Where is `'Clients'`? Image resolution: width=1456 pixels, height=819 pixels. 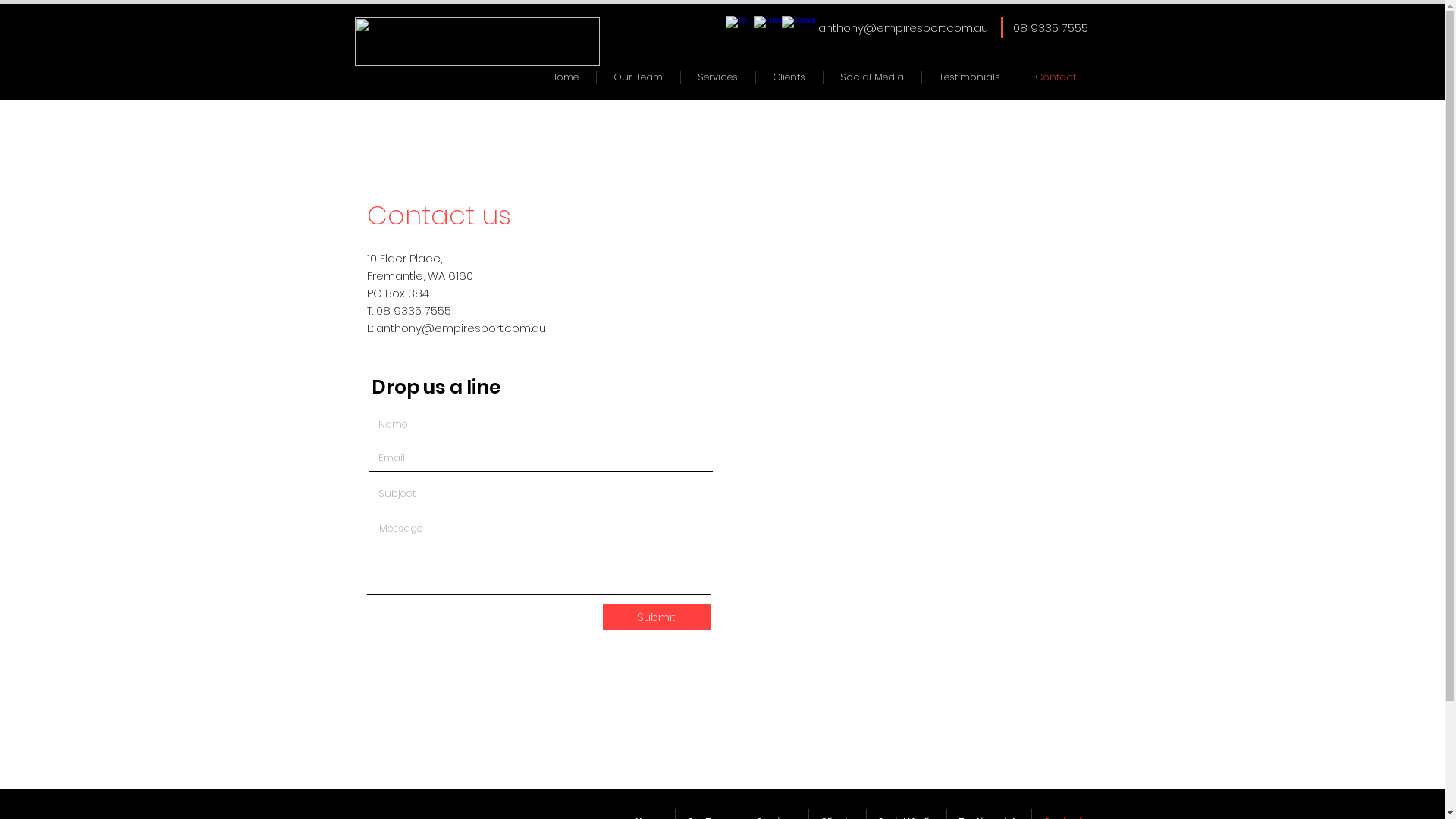
'Clients' is located at coordinates (789, 77).